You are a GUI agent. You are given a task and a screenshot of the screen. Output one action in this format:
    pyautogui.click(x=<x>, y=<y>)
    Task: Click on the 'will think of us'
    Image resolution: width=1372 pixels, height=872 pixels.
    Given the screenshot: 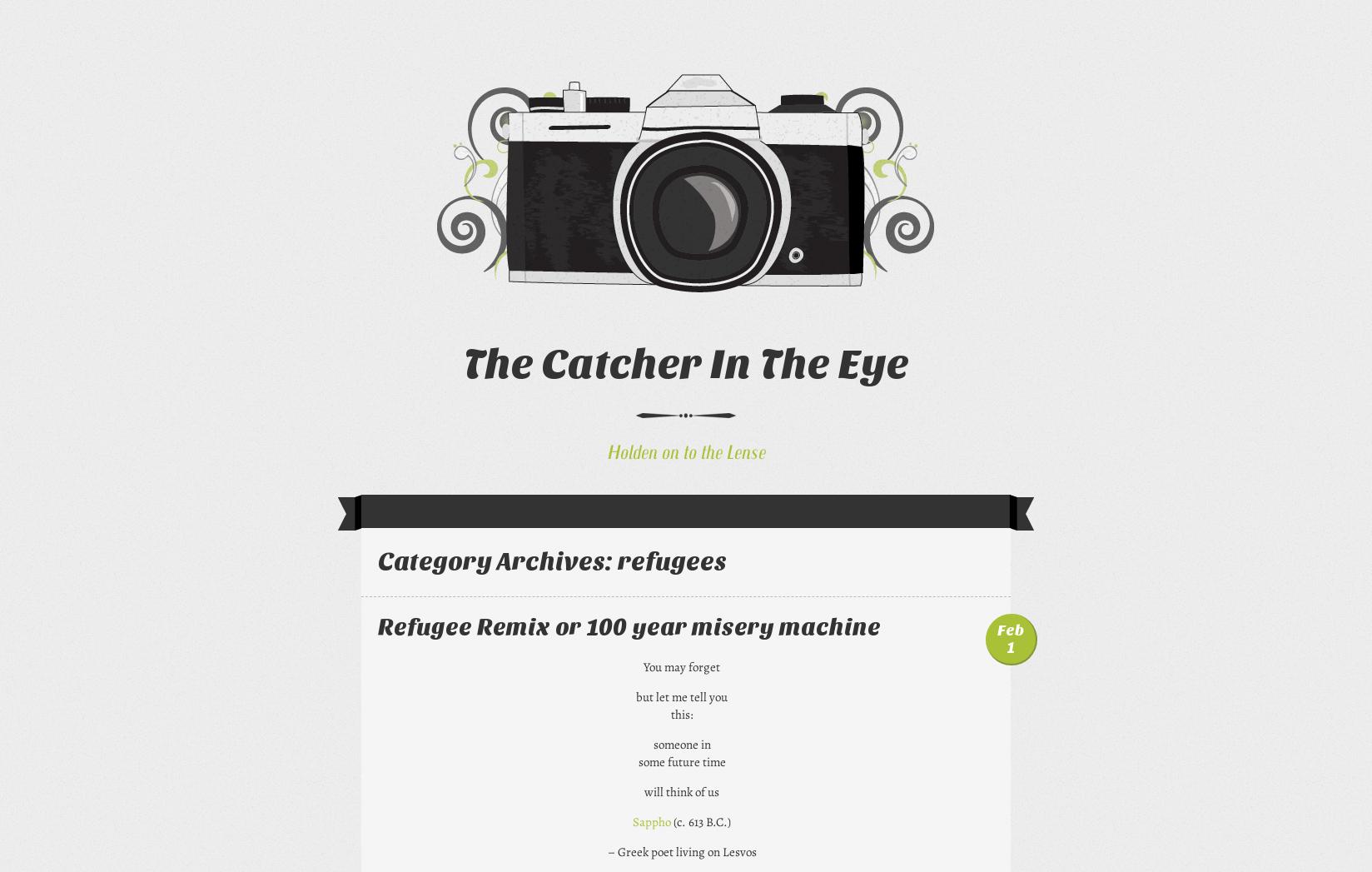 What is the action you would take?
    pyautogui.click(x=681, y=791)
    